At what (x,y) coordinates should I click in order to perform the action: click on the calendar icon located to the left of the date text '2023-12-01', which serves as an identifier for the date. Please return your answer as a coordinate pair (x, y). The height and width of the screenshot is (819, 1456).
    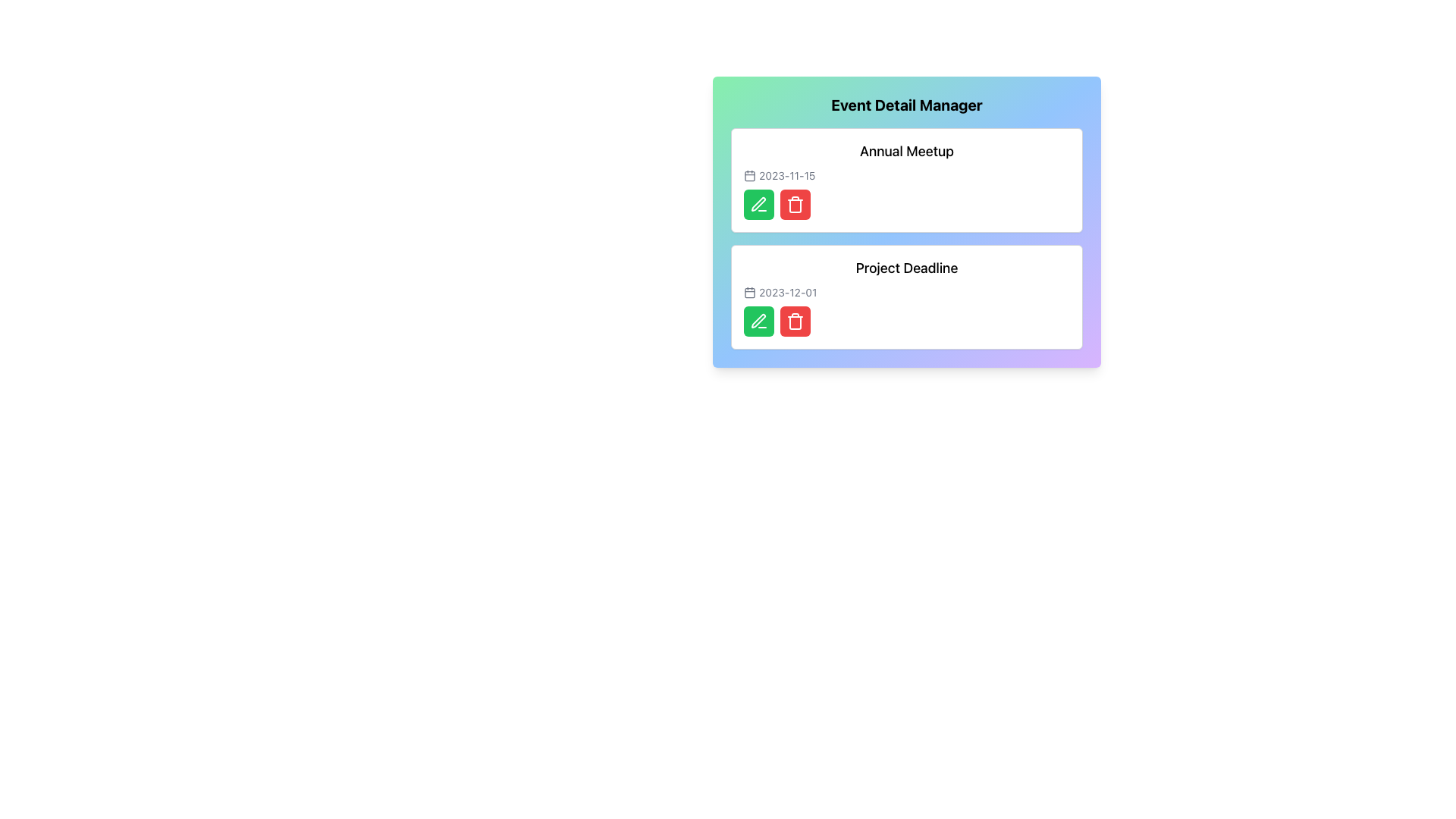
    Looking at the image, I should click on (749, 292).